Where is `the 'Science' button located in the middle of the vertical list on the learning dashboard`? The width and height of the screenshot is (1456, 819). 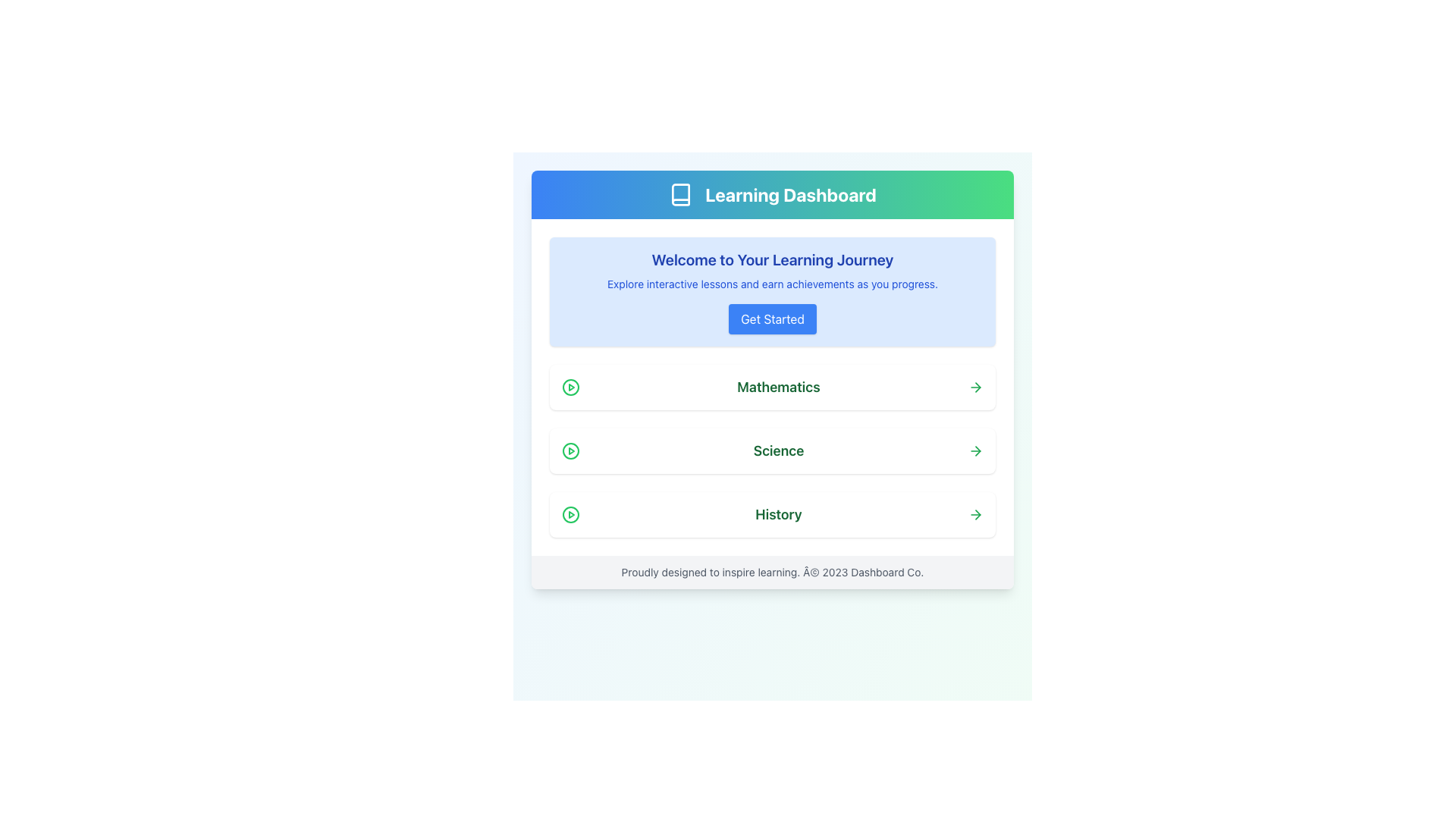
the 'Science' button located in the middle of the vertical list on the learning dashboard is located at coordinates (772, 450).